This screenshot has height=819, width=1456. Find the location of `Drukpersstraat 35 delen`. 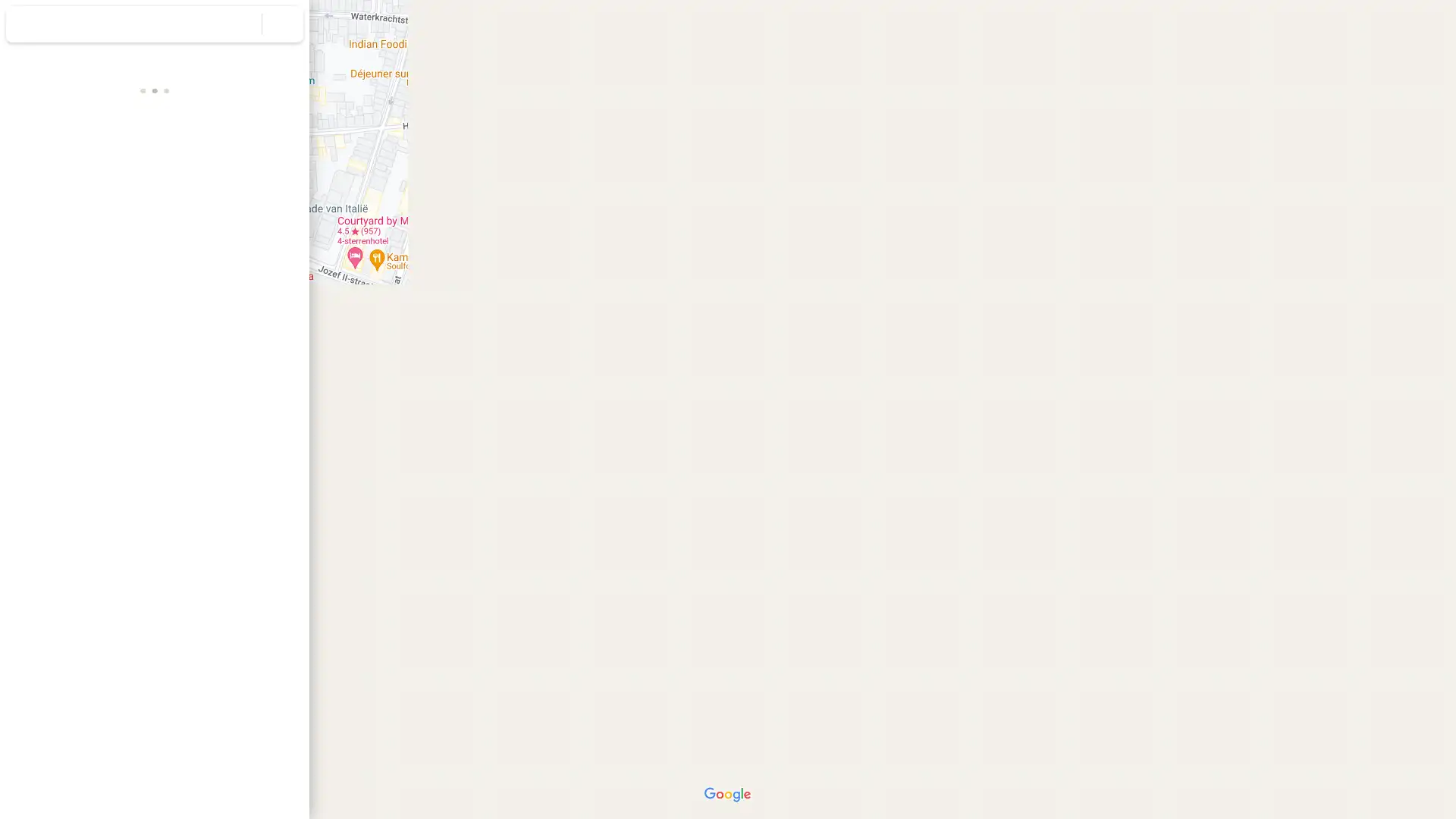

Drukpersstraat 35 delen is located at coordinates (265, 259).